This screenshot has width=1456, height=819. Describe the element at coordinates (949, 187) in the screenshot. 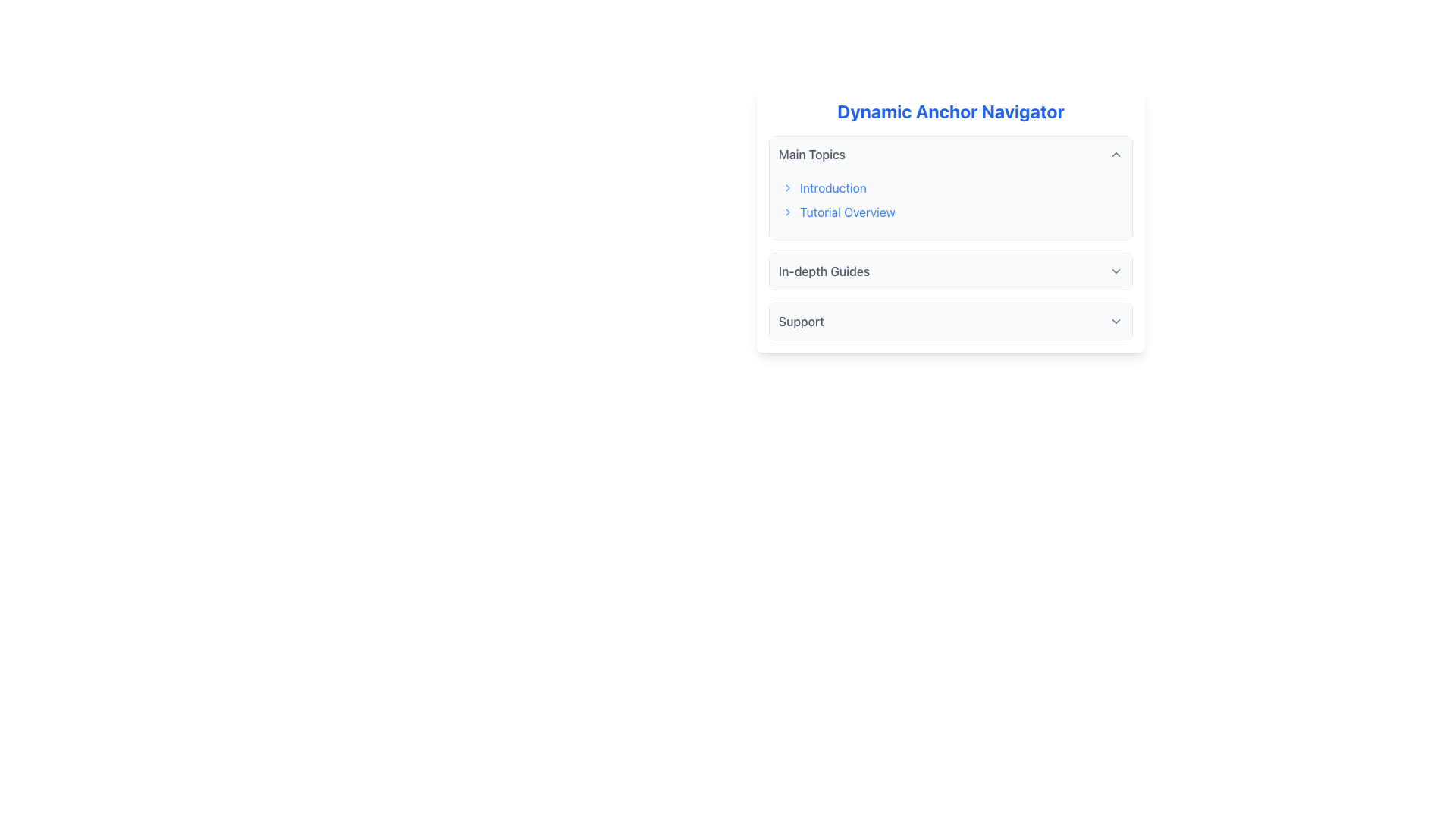

I see `the 'Main Topics' collapsible panel at the specified coordinates` at that location.